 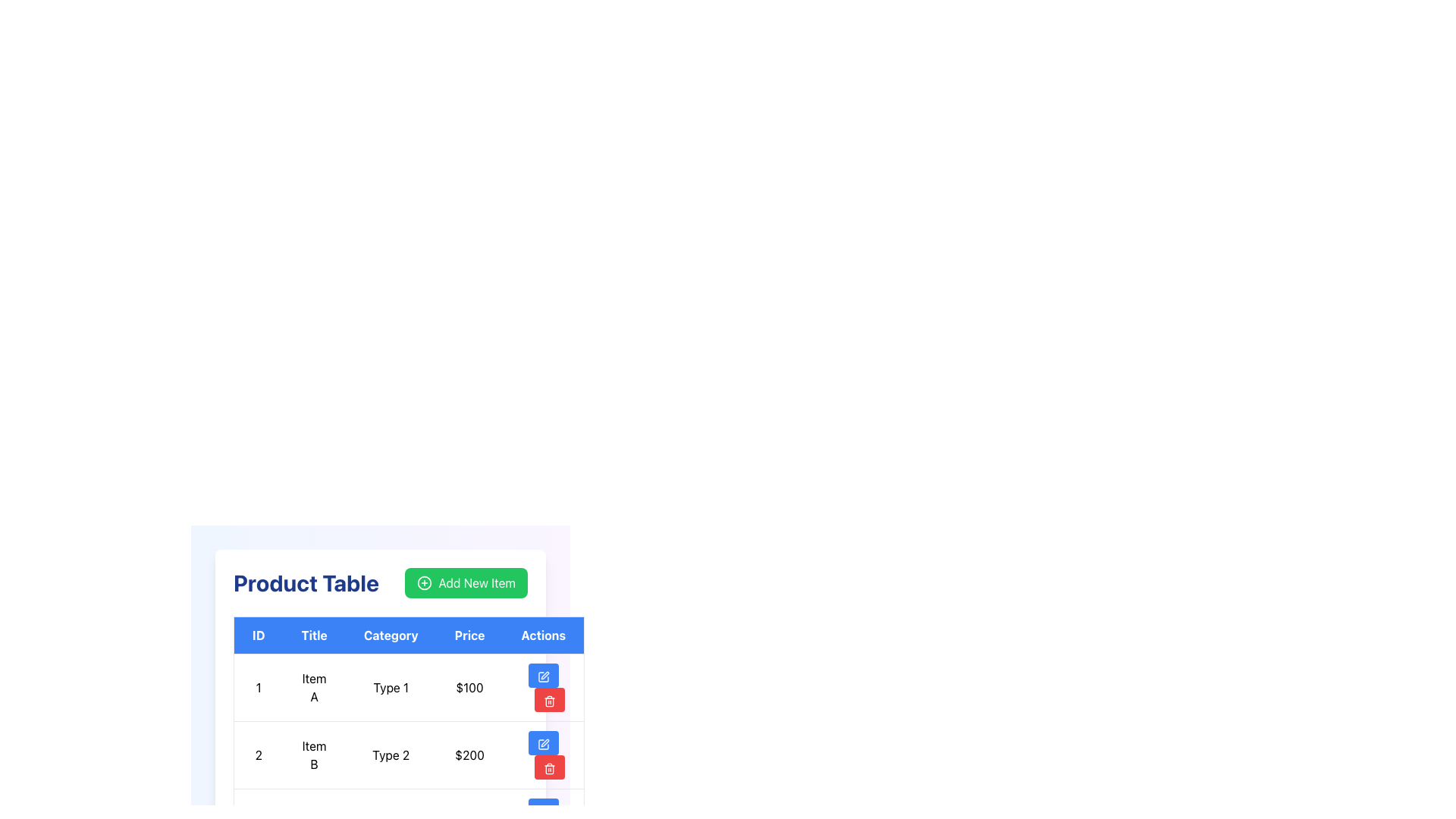 I want to click on the table cell in the second row, first column that serves as a row identifier for the item, so click(x=258, y=755).